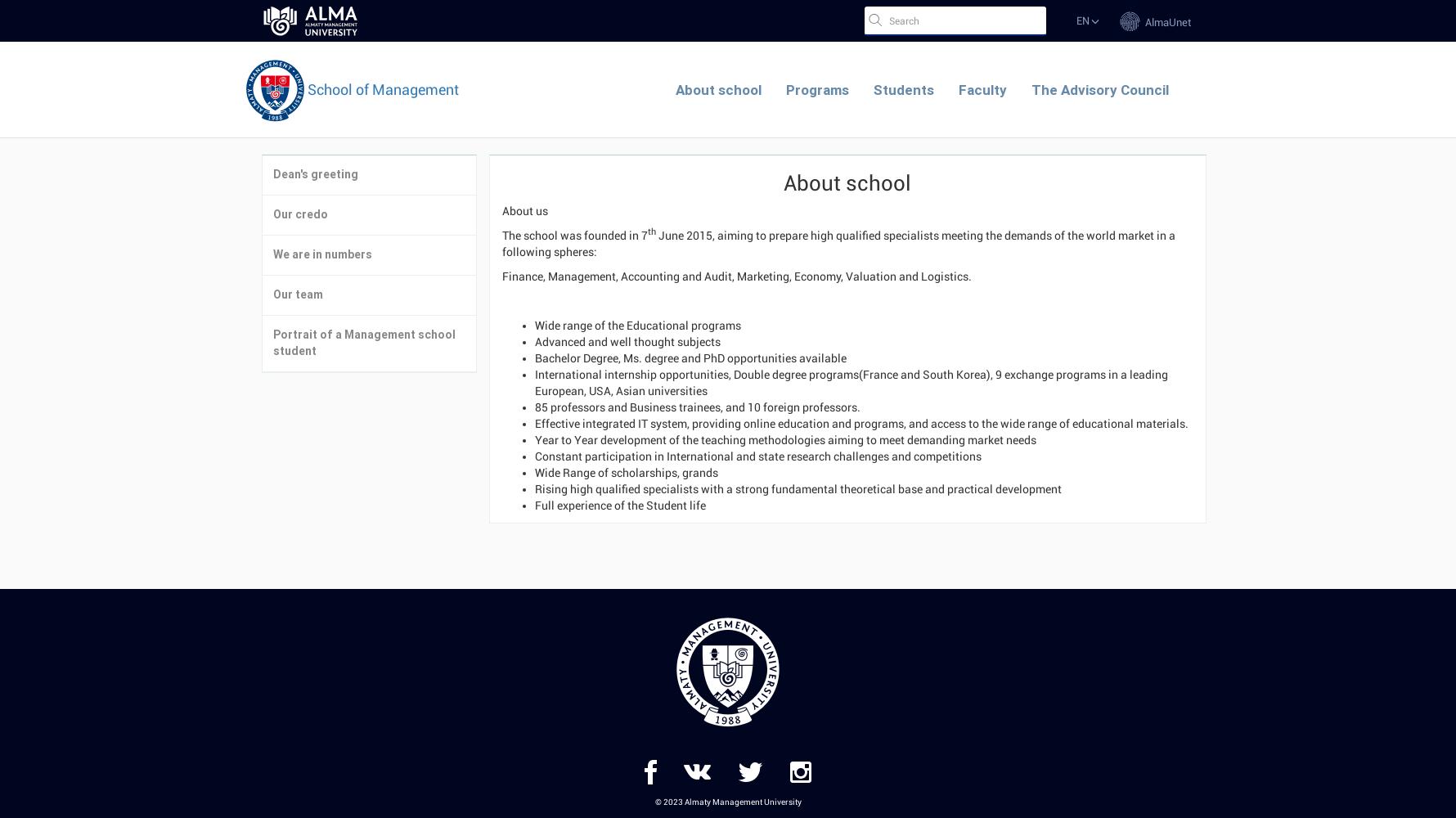 The width and height of the screenshot is (1456, 818). I want to click on 'Constant participation in International and state research challenges and competitions', so click(534, 456).